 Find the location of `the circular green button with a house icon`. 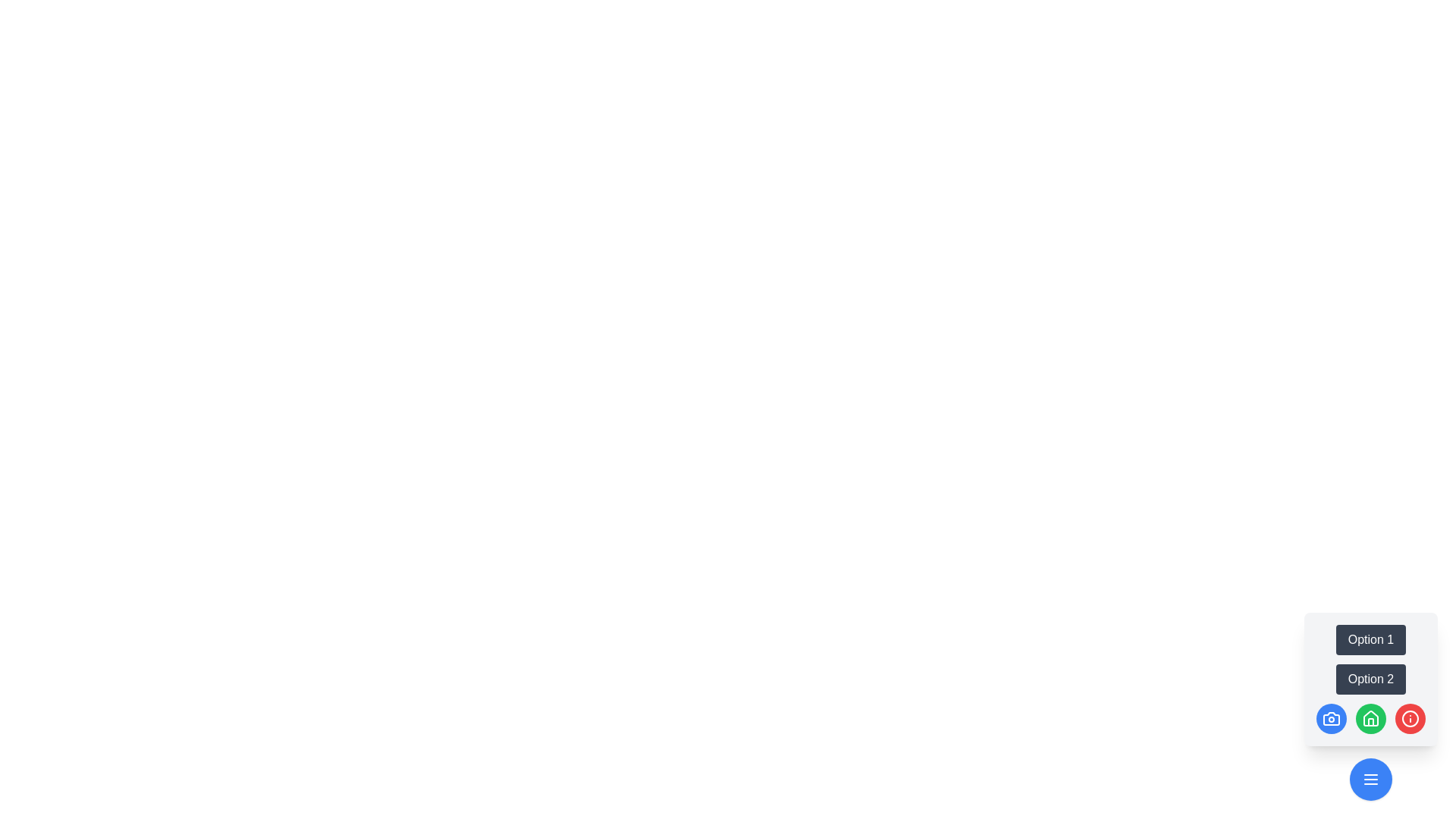

the circular green button with a house icon is located at coordinates (1371, 718).